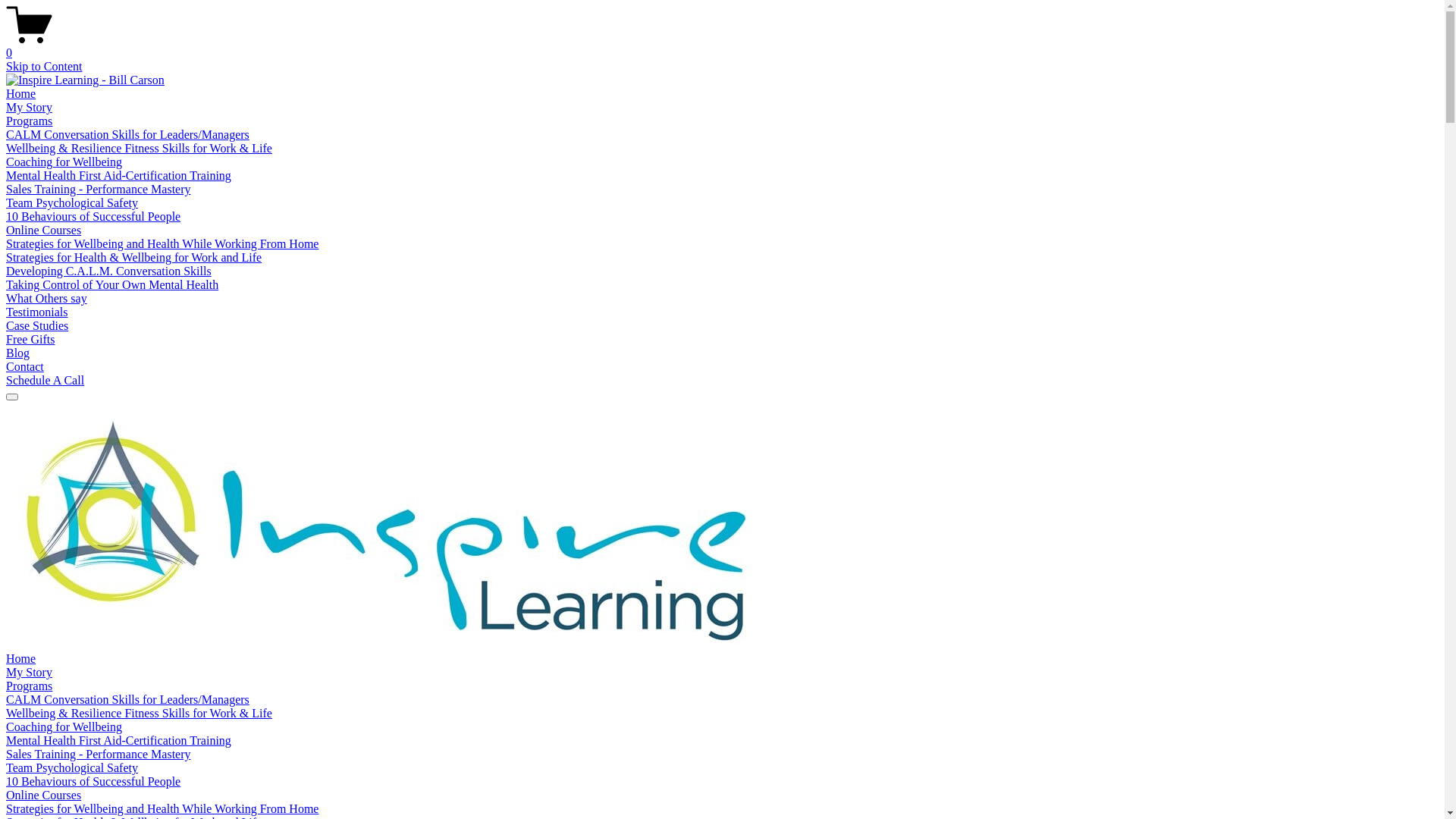  What do you see at coordinates (63, 726) in the screenshot?
I see `'Coaching for Wellbeing'` at bounding box center [63, 726].